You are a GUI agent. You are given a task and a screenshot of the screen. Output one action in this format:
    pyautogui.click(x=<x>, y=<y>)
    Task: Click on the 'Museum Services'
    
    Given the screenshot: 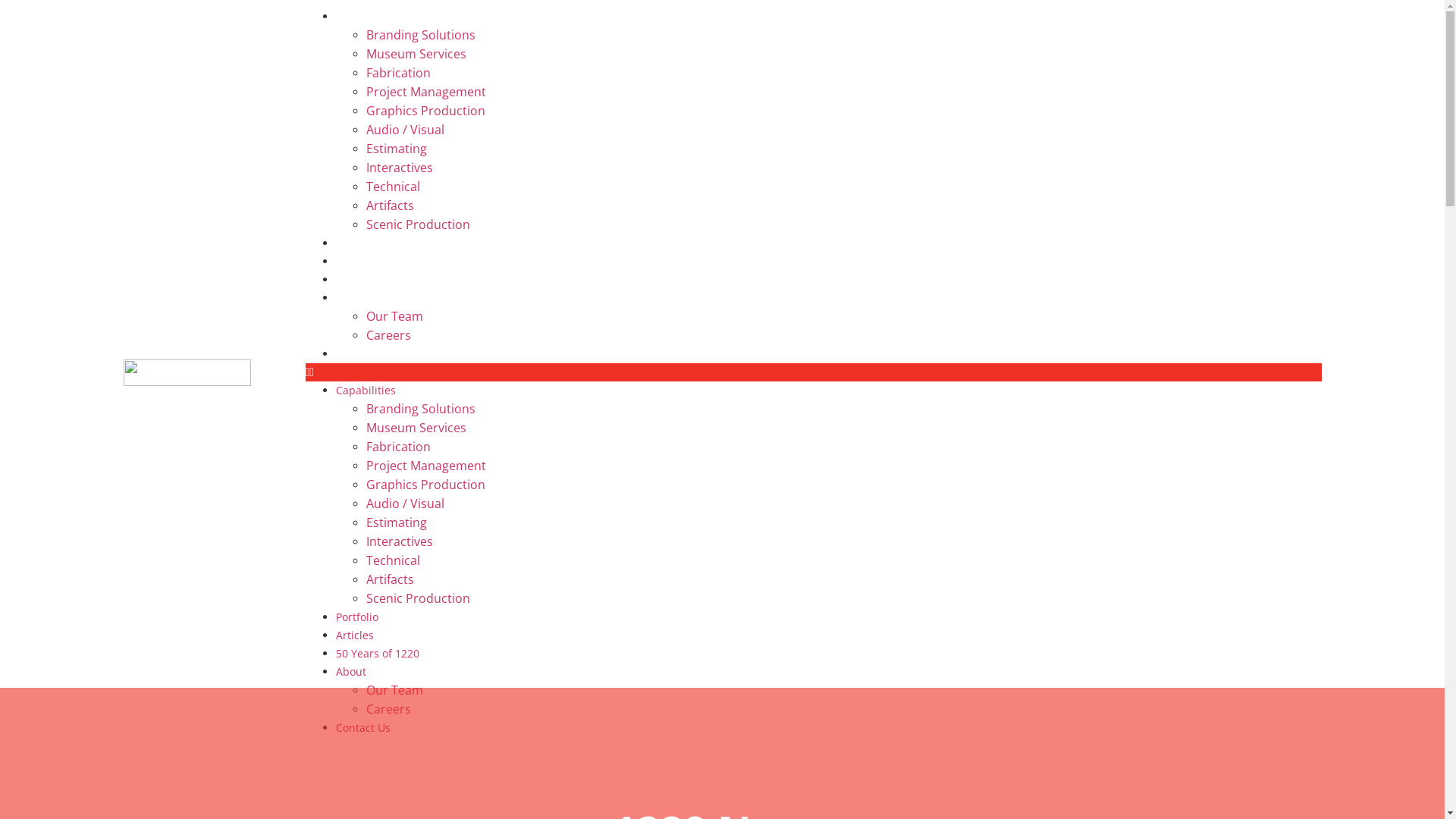 What is the action you would take?
    pyautogui.click(x=365, y=427)
    